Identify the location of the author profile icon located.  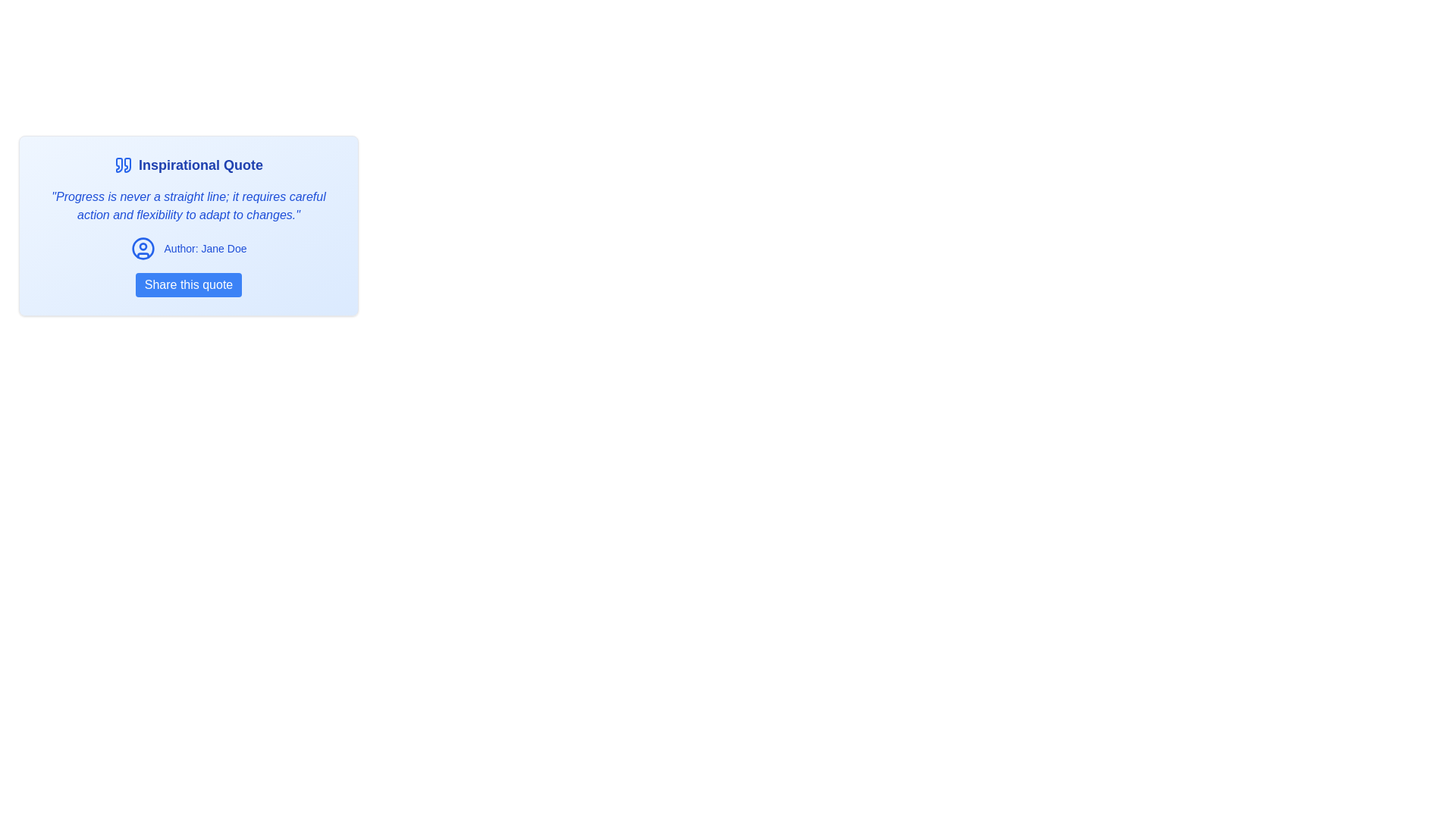
(143, 247).